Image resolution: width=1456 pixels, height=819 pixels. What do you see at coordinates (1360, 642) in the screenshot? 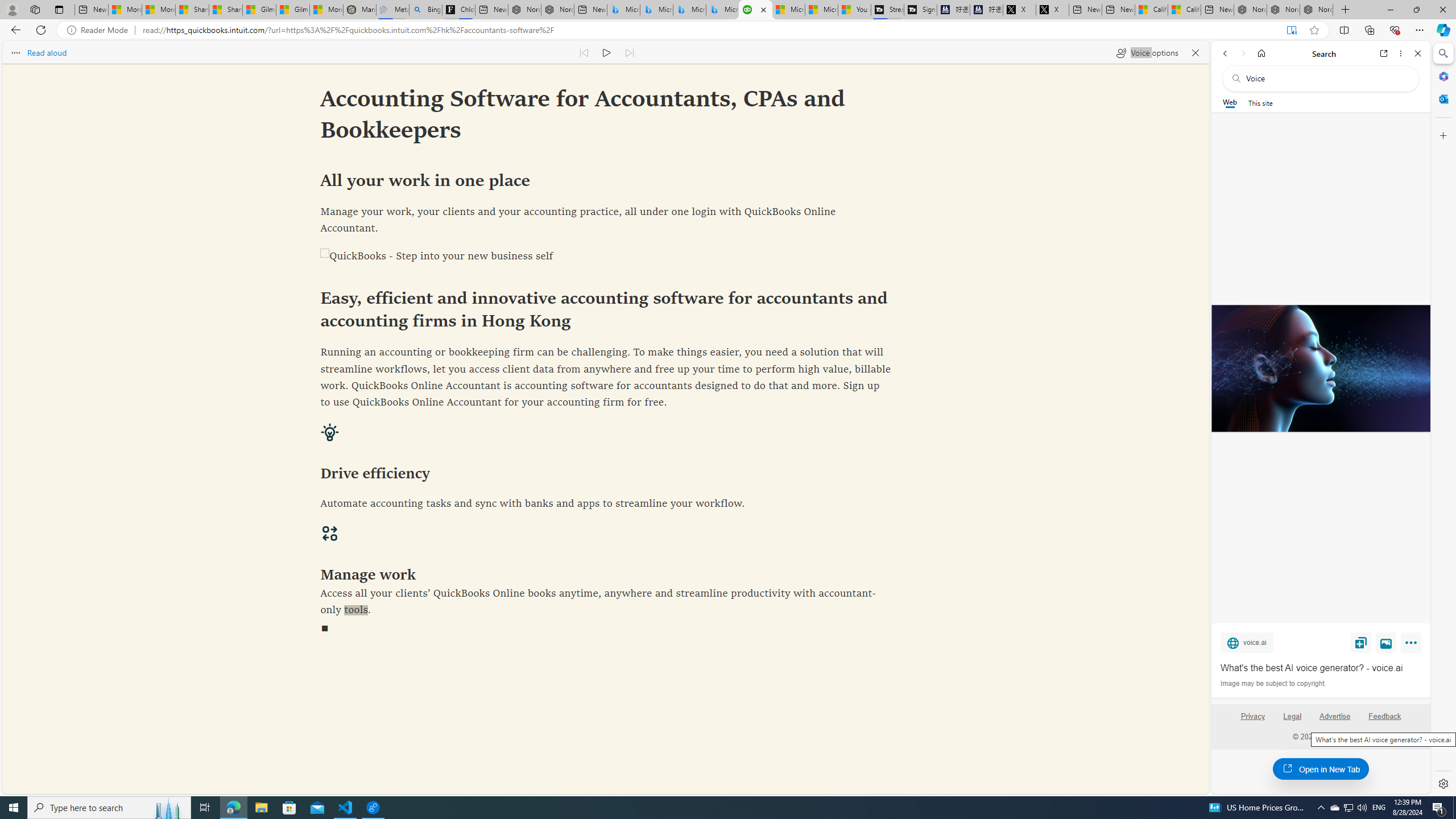
I see `'Save'` at bounding box center [1360, 642].